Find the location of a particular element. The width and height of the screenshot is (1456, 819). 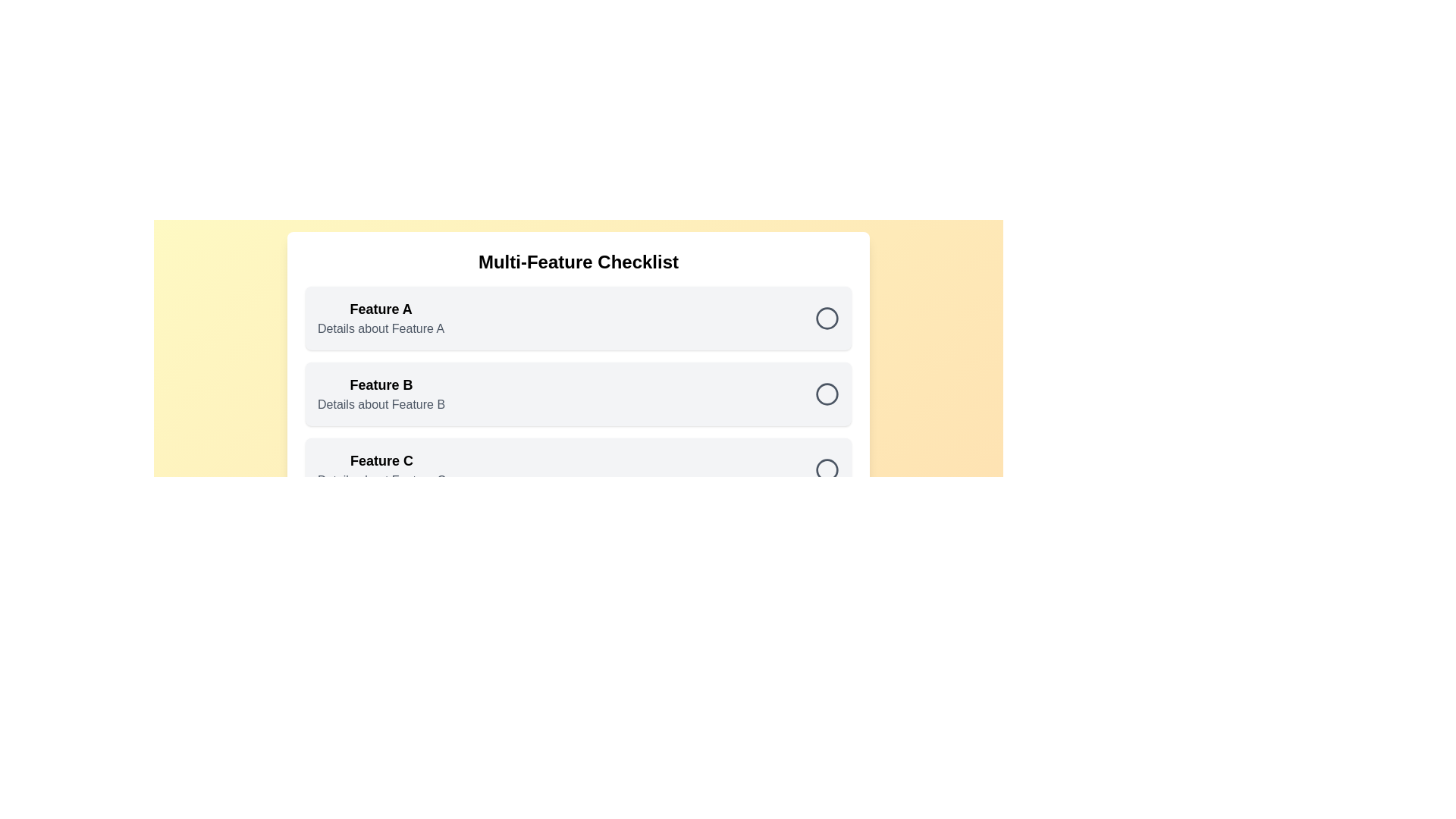

the checklist item Feature D is located at coordinates (826, 546).